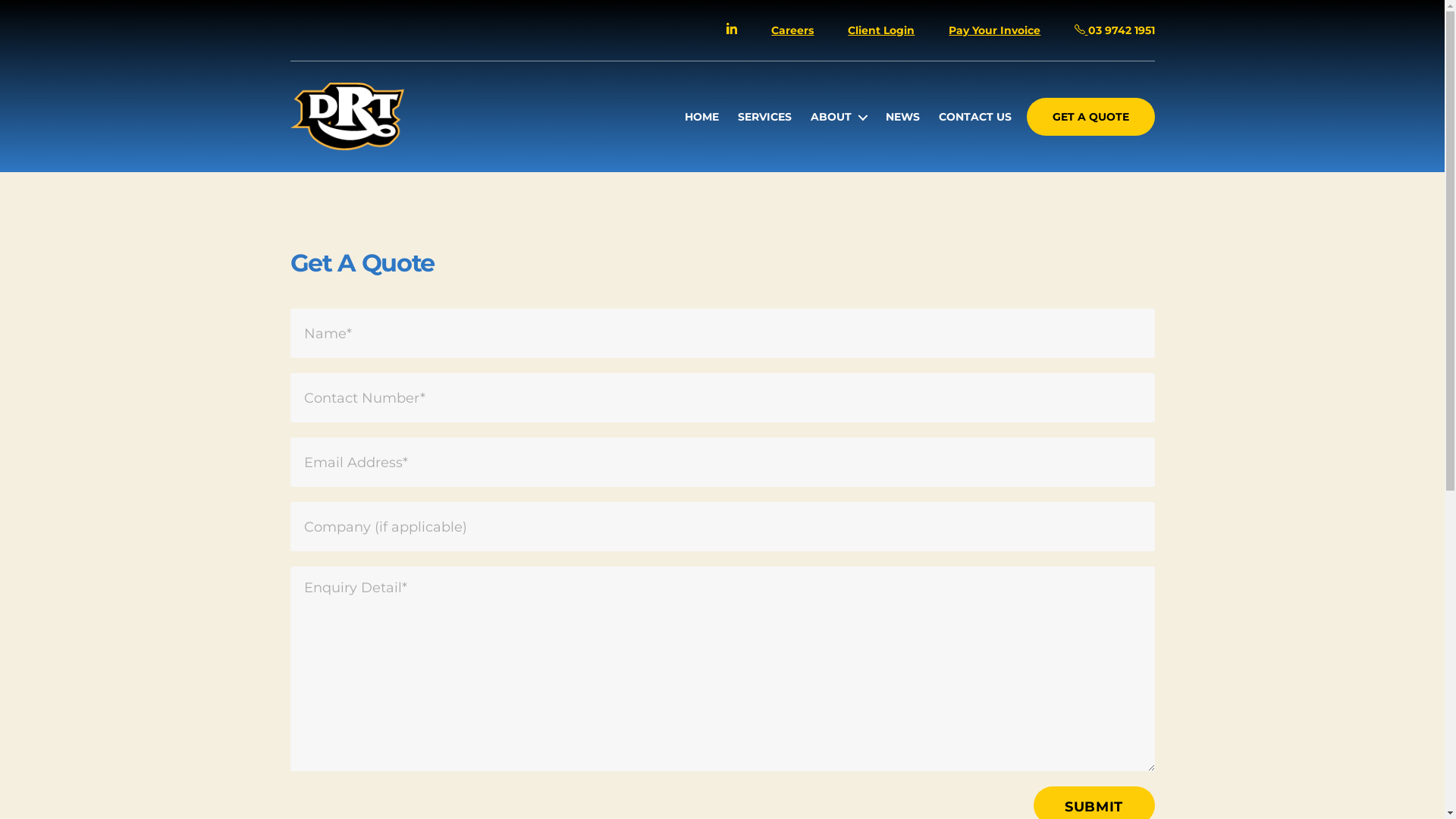  I want to click on 'CONTACT US', so click(975, 116).